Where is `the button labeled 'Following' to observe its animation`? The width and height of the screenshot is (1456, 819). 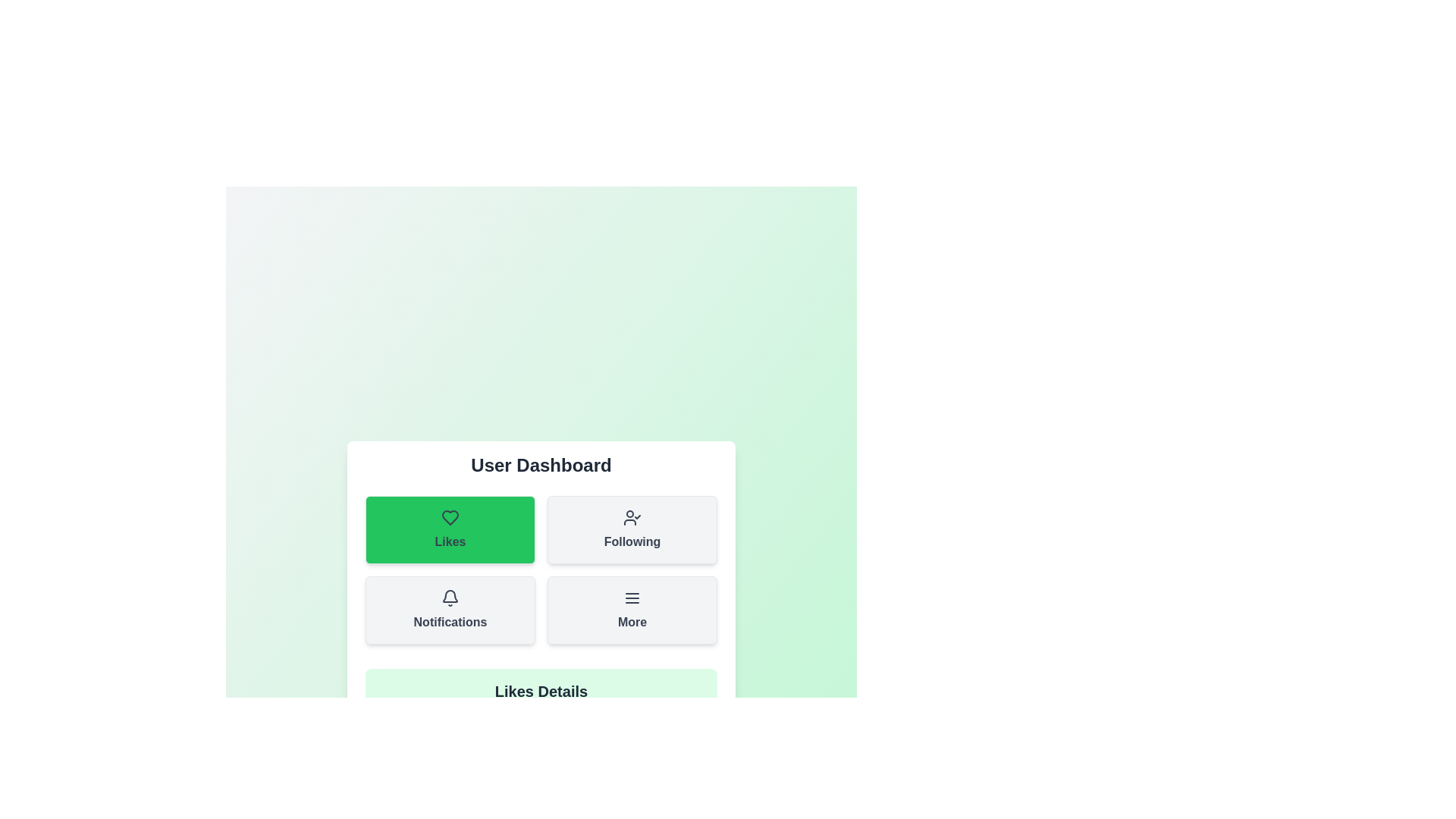
the button labeled 'Following' to observe its animation is located at coordinates (632, 529).